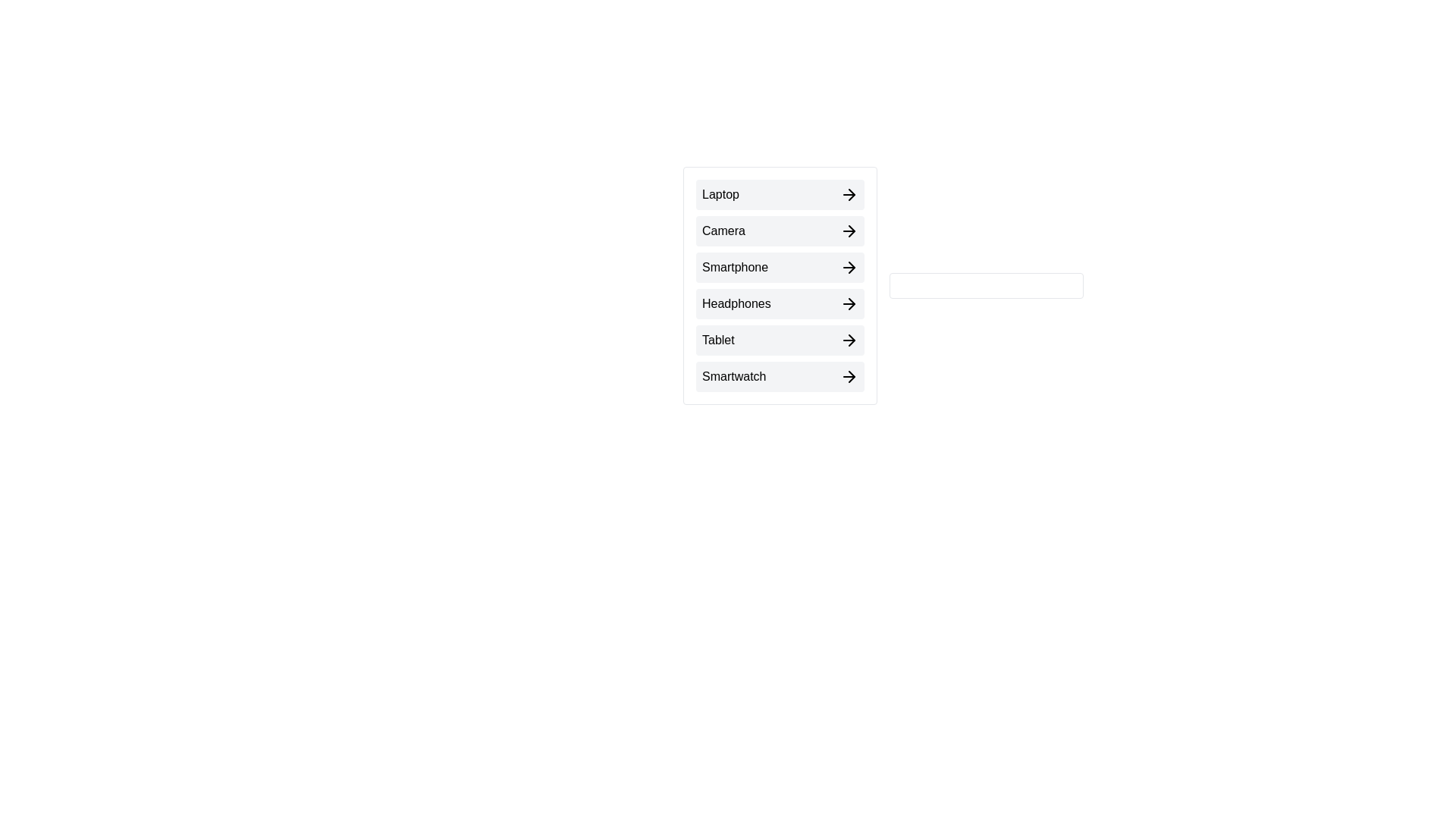 This screenshot has width=1456, height=819. Describe the element at coordinates (780, 339) in the screenshot. I see `the arrow button next to Tablet to move it to the right list` at that location.